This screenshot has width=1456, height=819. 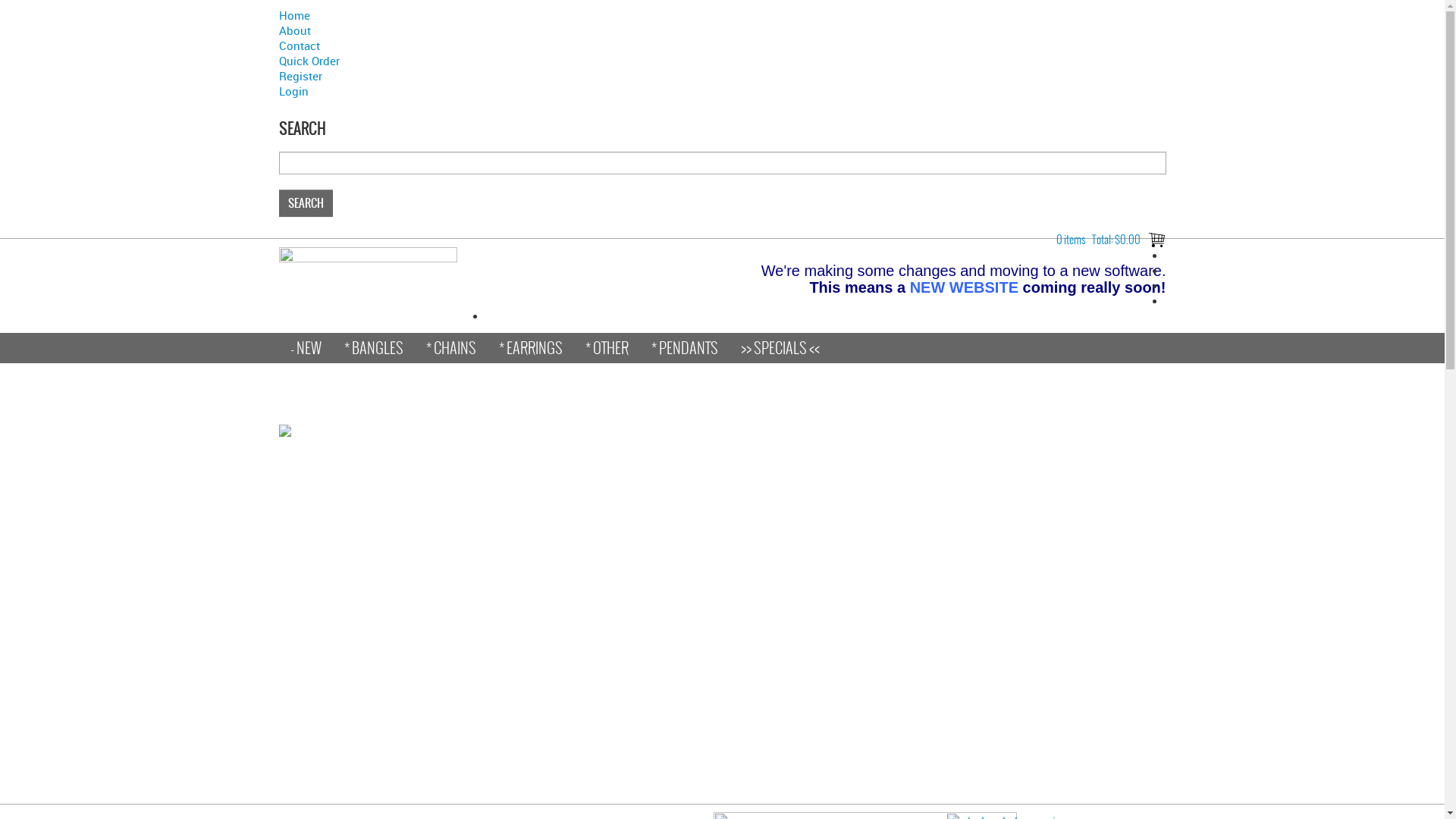 What do you see at coordinates (372, 348) in the screenshot?
I see `'* BANGLES'` at bounding box center [372, 348].